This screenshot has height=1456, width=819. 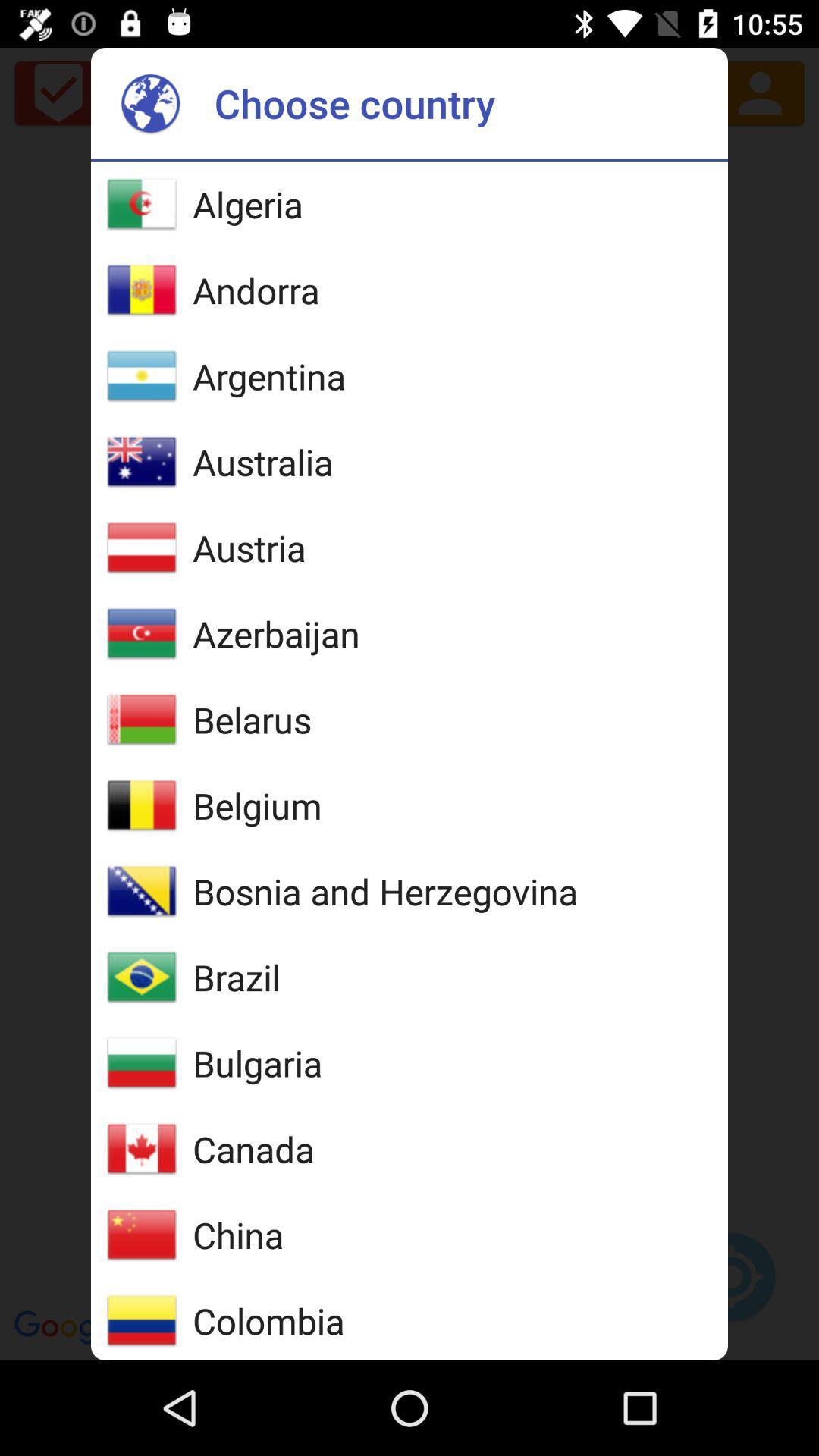 What do you see at coordinates (262, 461) in the screenshot?
I see `the australia` at bounding box center [262, 461].